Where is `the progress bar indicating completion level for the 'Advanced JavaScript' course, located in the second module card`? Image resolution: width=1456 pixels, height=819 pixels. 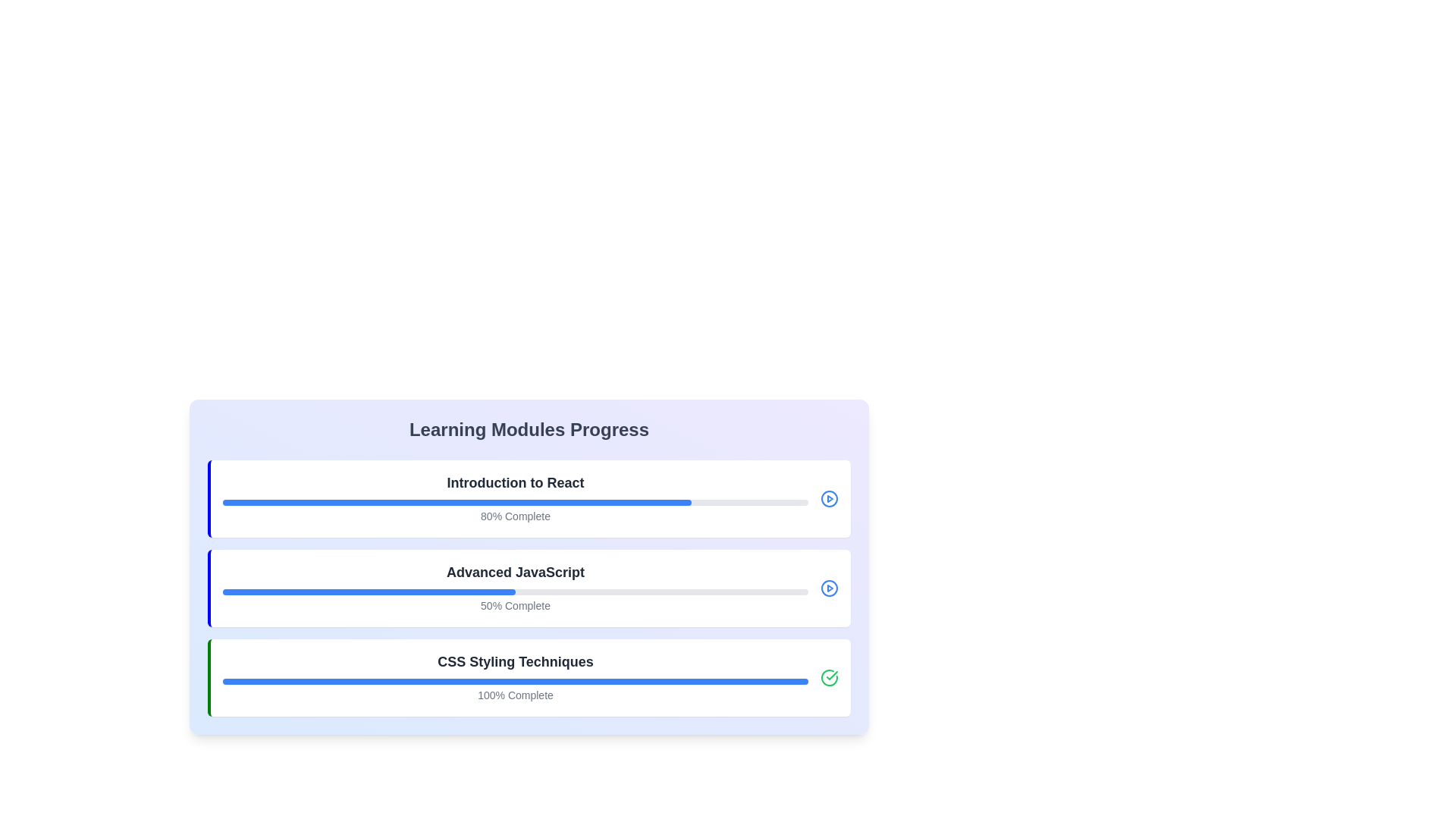
the progress bar indicating completion level for the 'Advanced JavaScript' course, located in the second module card is located at coordinates (516, 587).